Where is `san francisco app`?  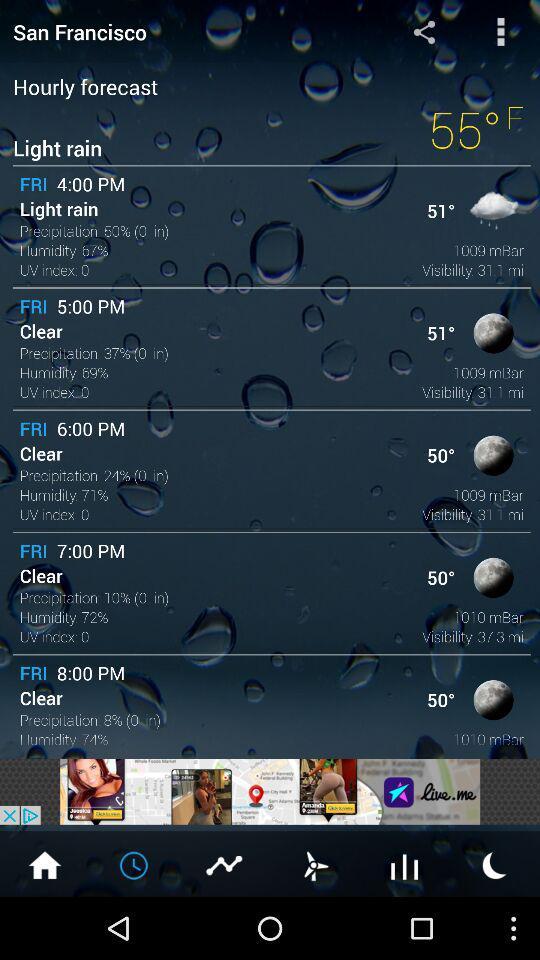 san francisco app is located at coordinates (179, 30).